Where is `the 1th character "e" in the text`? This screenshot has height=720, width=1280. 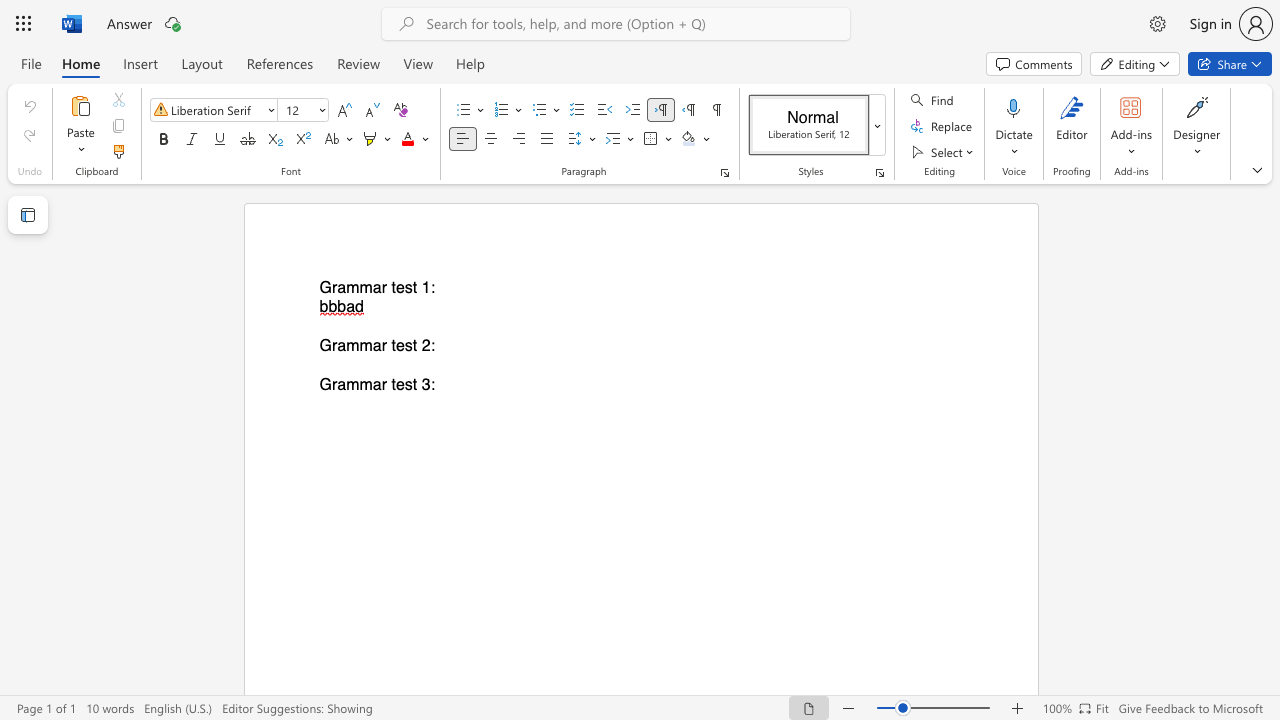 the 1th character "e" in the text is located at coordinates (400, 288).